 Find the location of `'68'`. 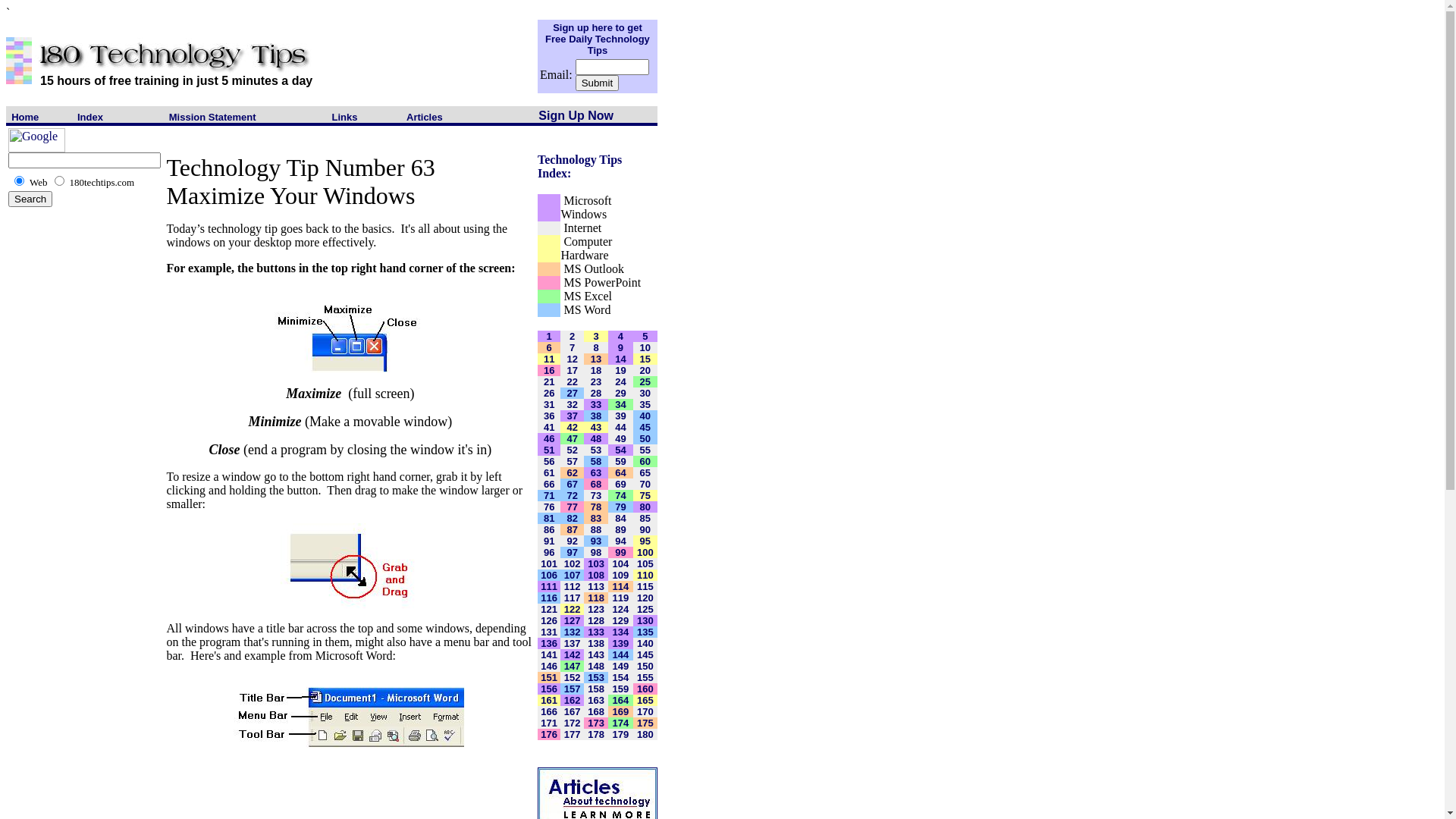

'68' is located at coordinates (595, 484).